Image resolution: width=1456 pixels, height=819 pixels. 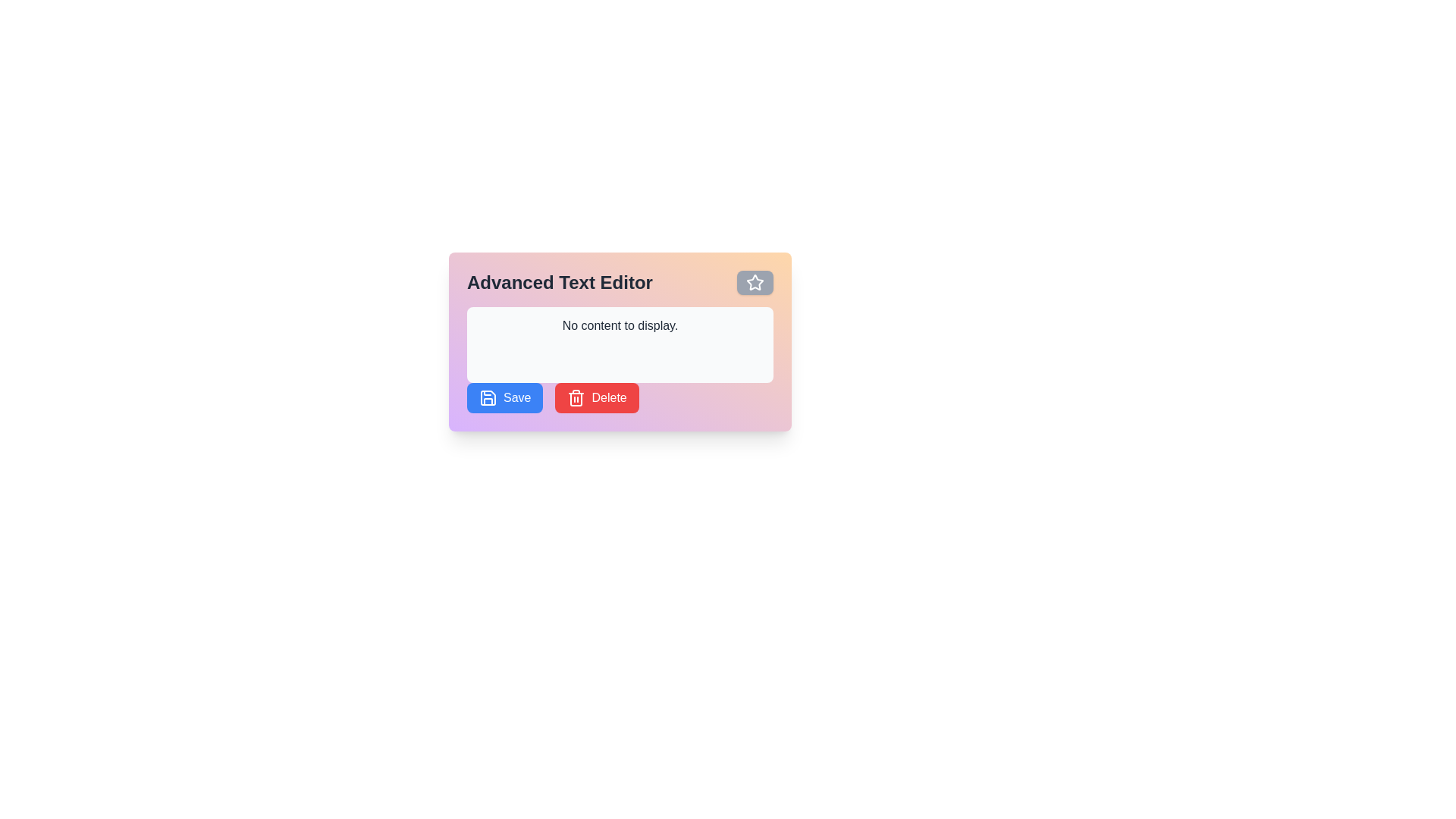 I want to click on the Star icon located in the top-right corner of the dialog box next to the 'Advanced Text Editor' title, which signifies marking items as important or preferred, so click(x=755, y=282).